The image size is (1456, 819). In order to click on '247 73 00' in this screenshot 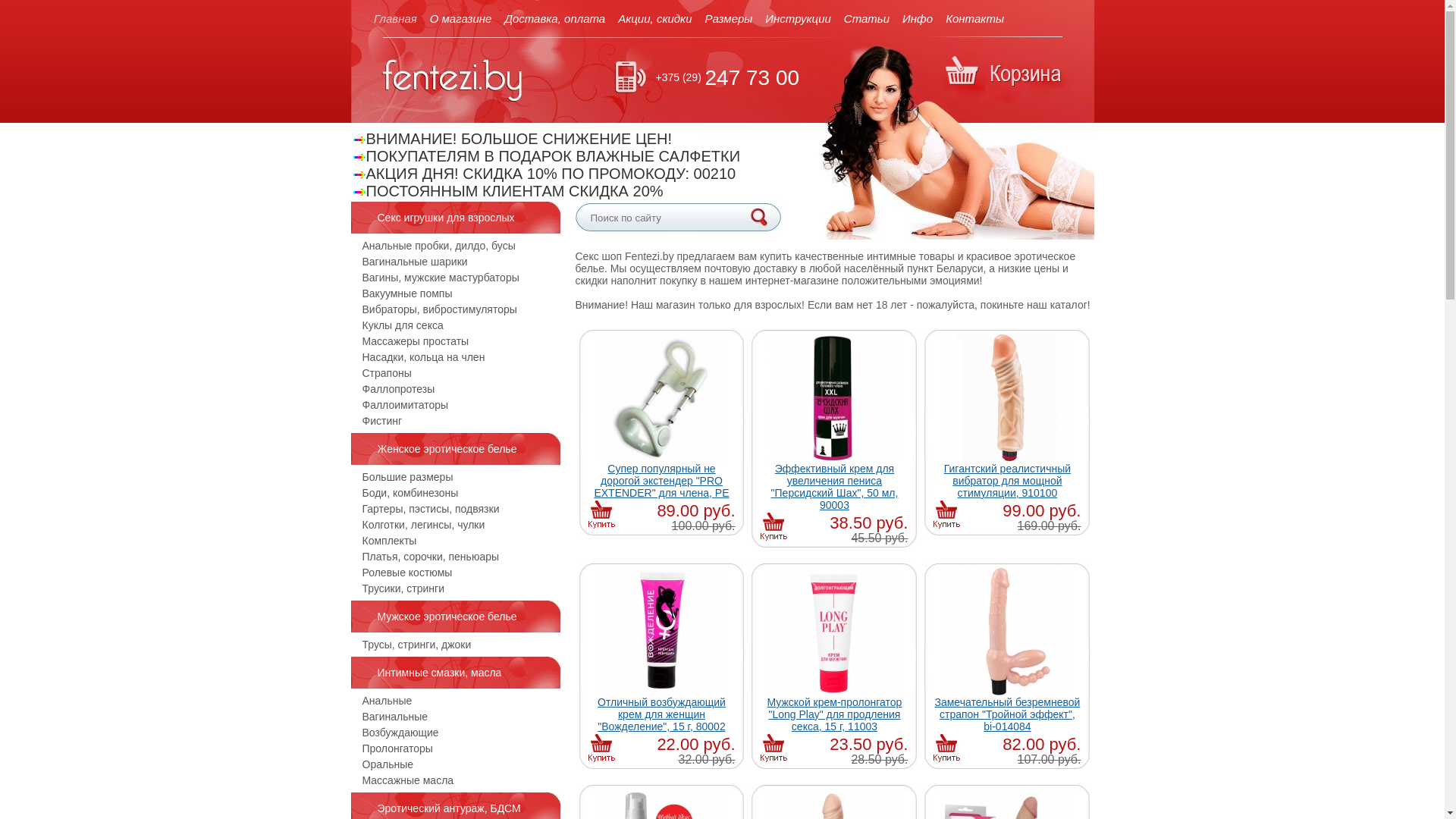, I will do `click(704, 77)`.